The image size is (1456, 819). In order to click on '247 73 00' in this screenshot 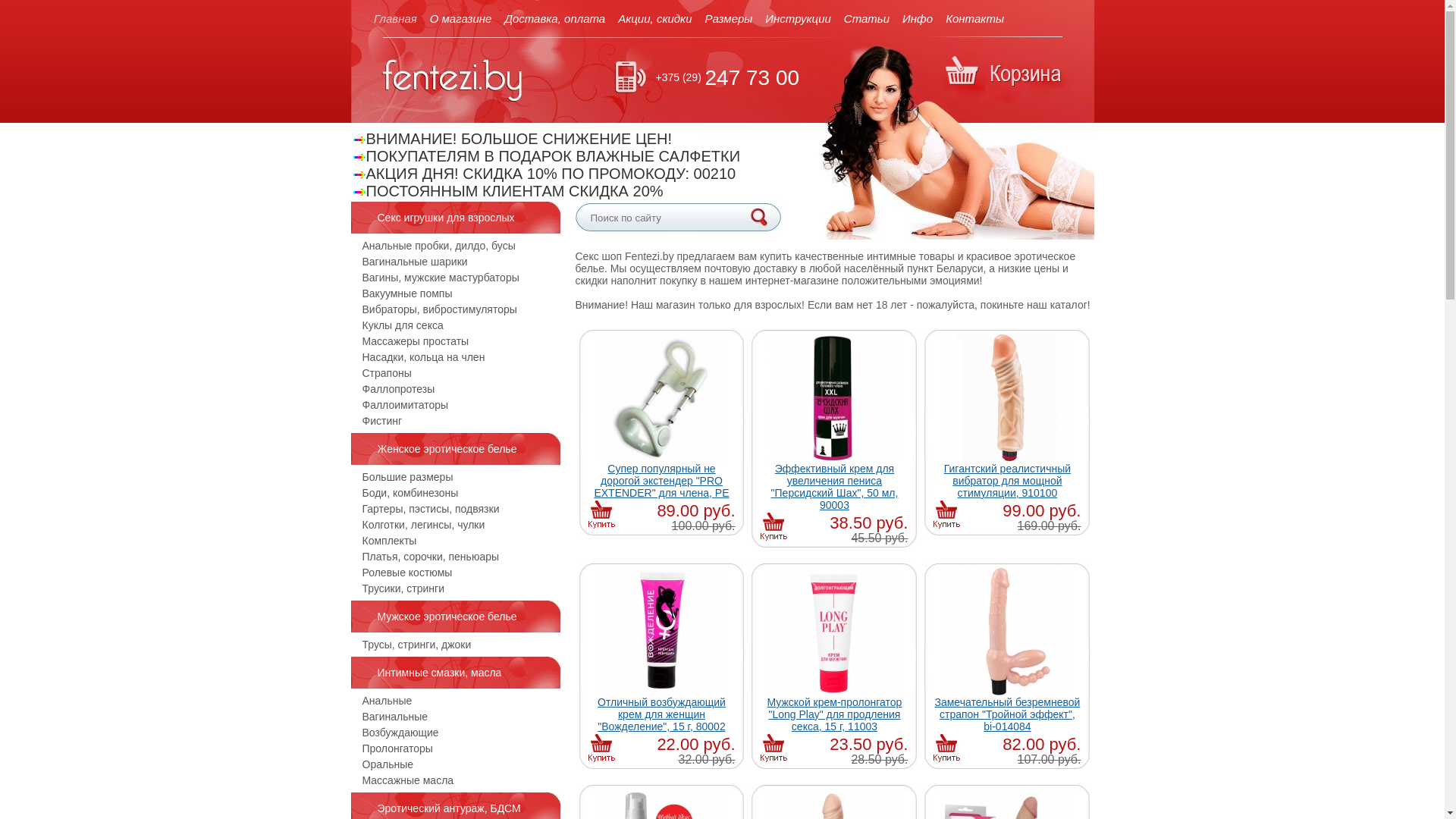, I will do `click(704, 77)`.